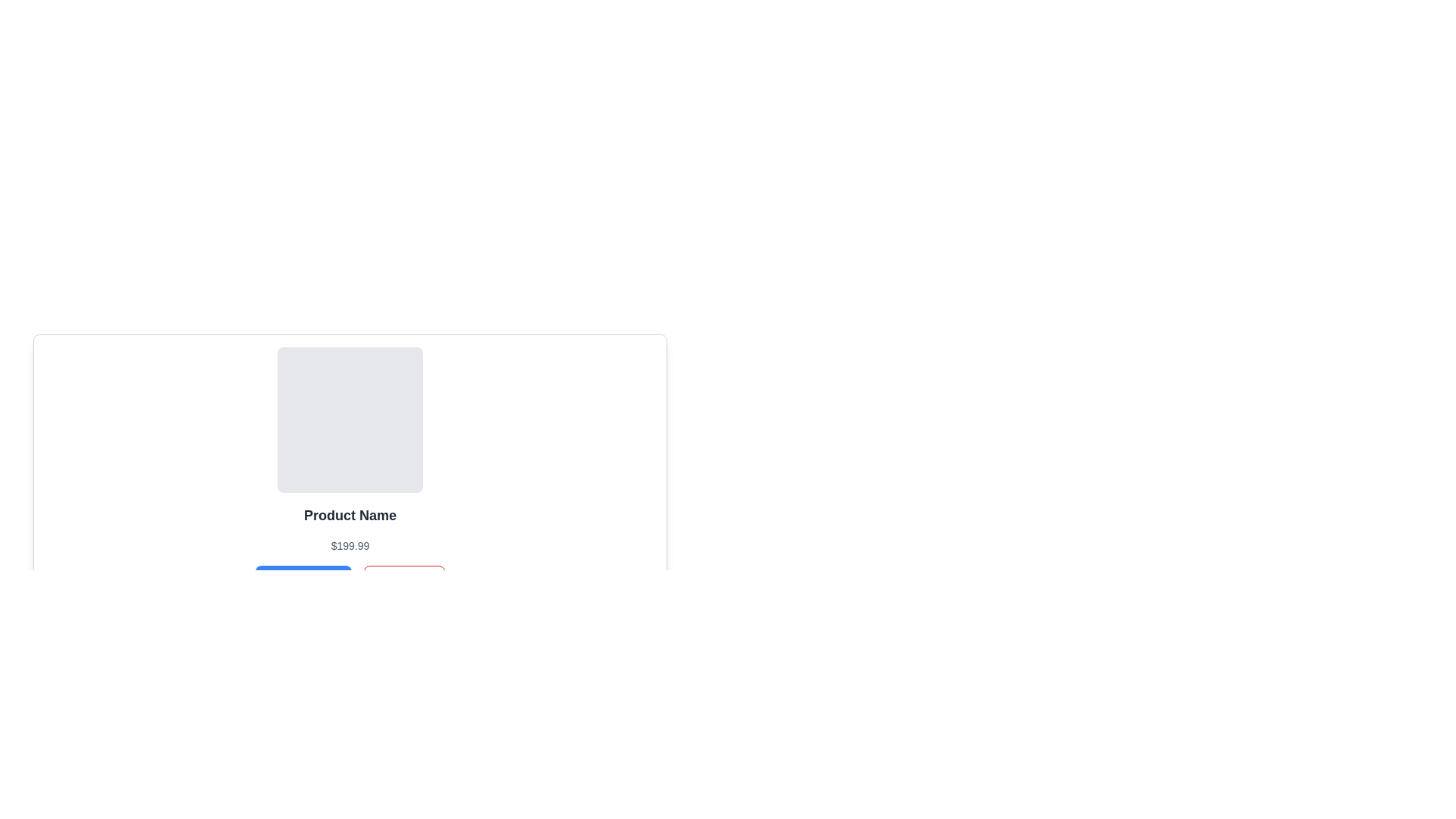  I want to click on the Text label that displays the price of the associated product, located below 'Product Name' and above 'Add to Cart' and 'Wishlist', so click(349, 546).